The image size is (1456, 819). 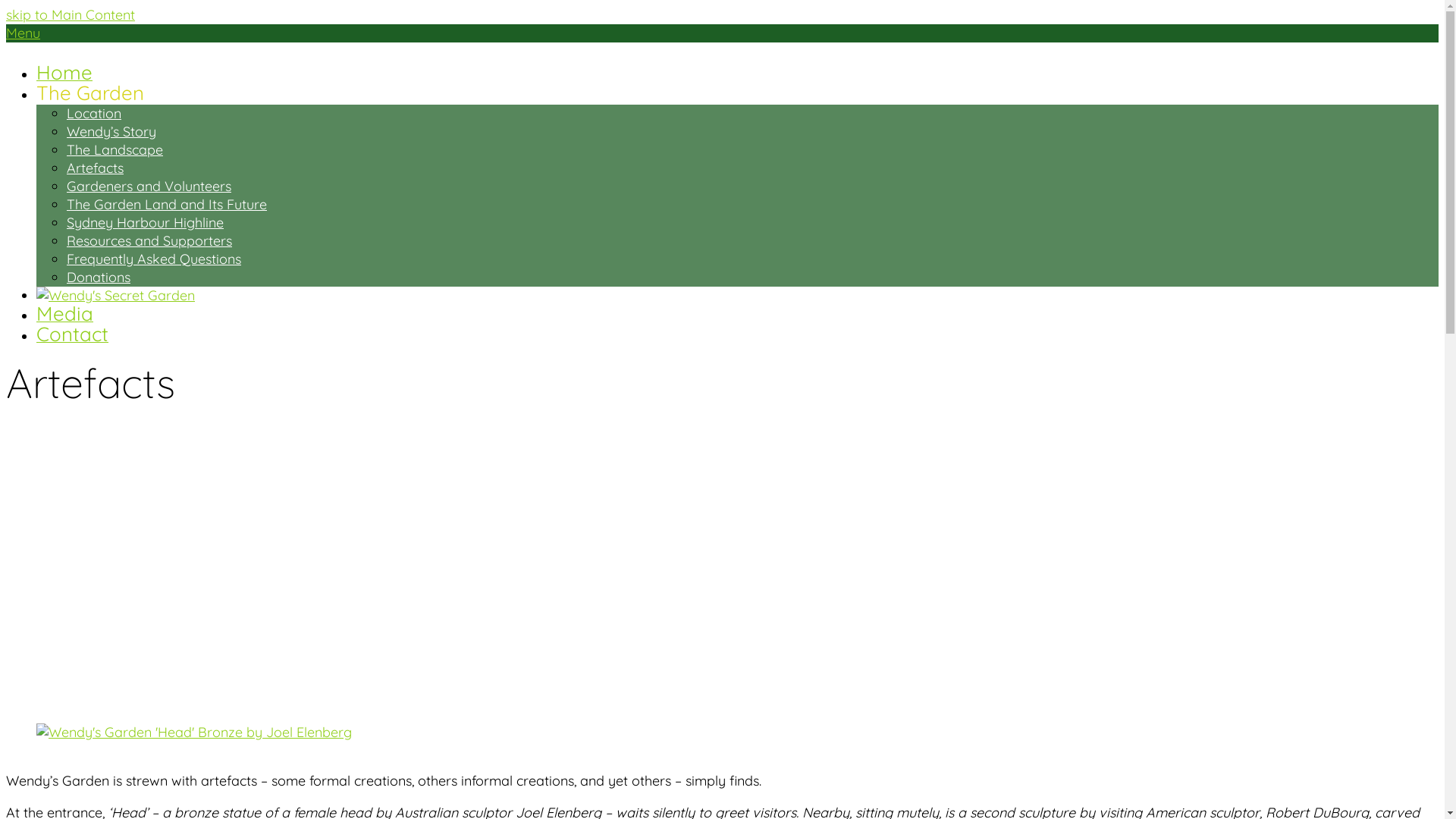 I want to click on 'Contact', so click(x=71, y=335).